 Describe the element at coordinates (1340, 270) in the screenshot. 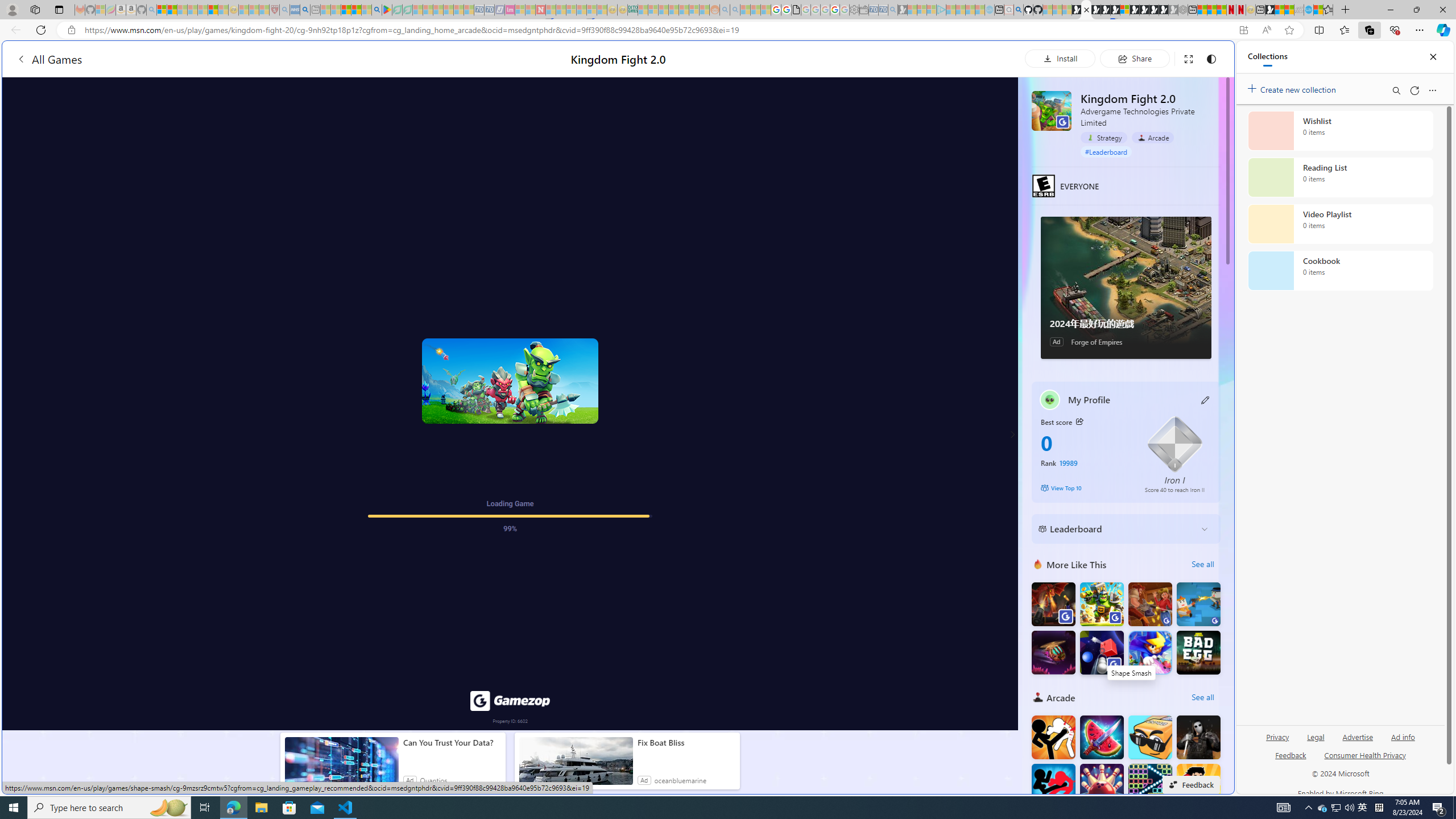

I see `'Cookbook collection, 0 items'` at that location.